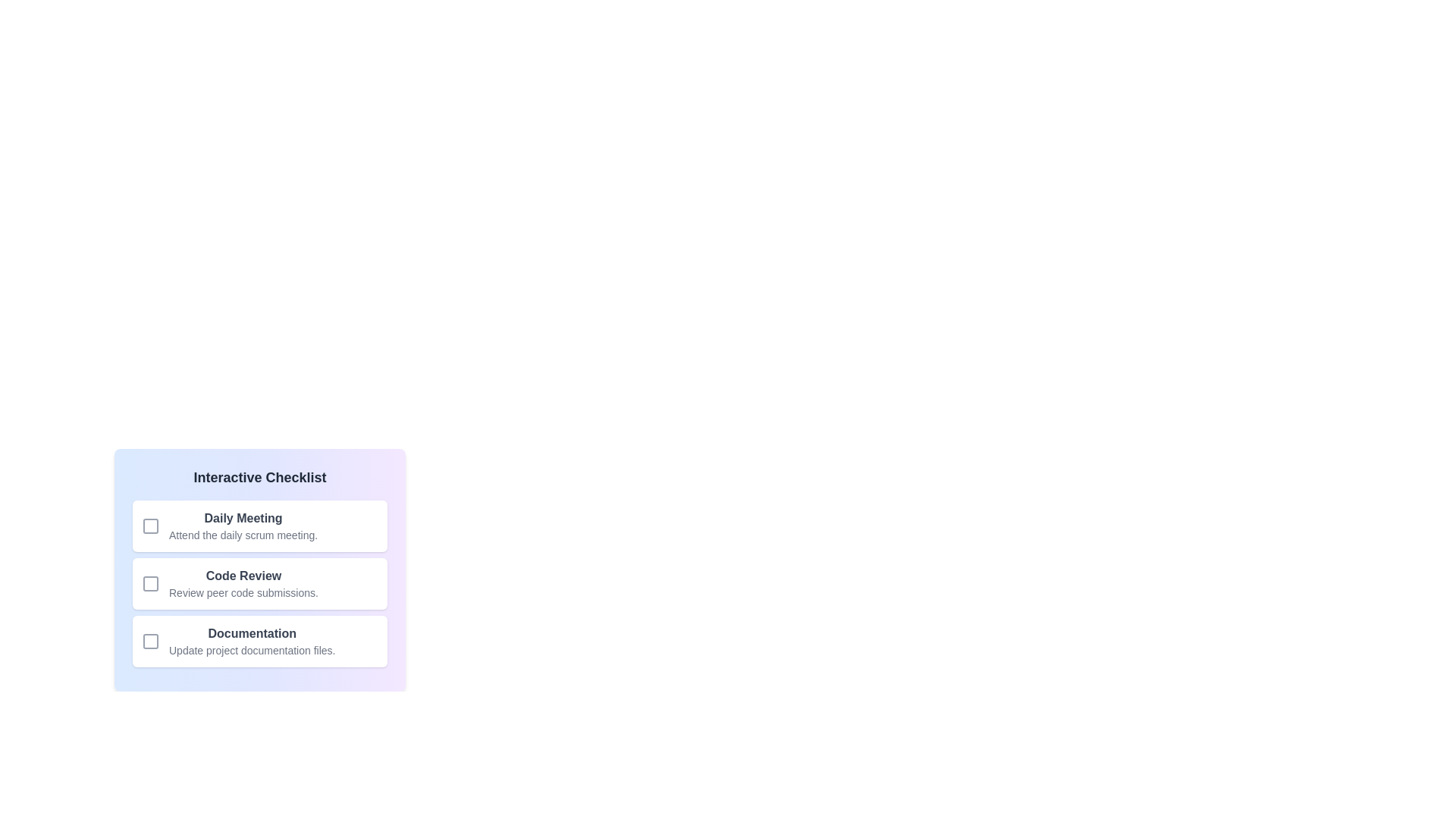  Describe the element at coordinates (243, 526) in the screenshot. I see `details of the task in the 'Daily Meeting' text block, which is part of the interactive checklist` at that location.